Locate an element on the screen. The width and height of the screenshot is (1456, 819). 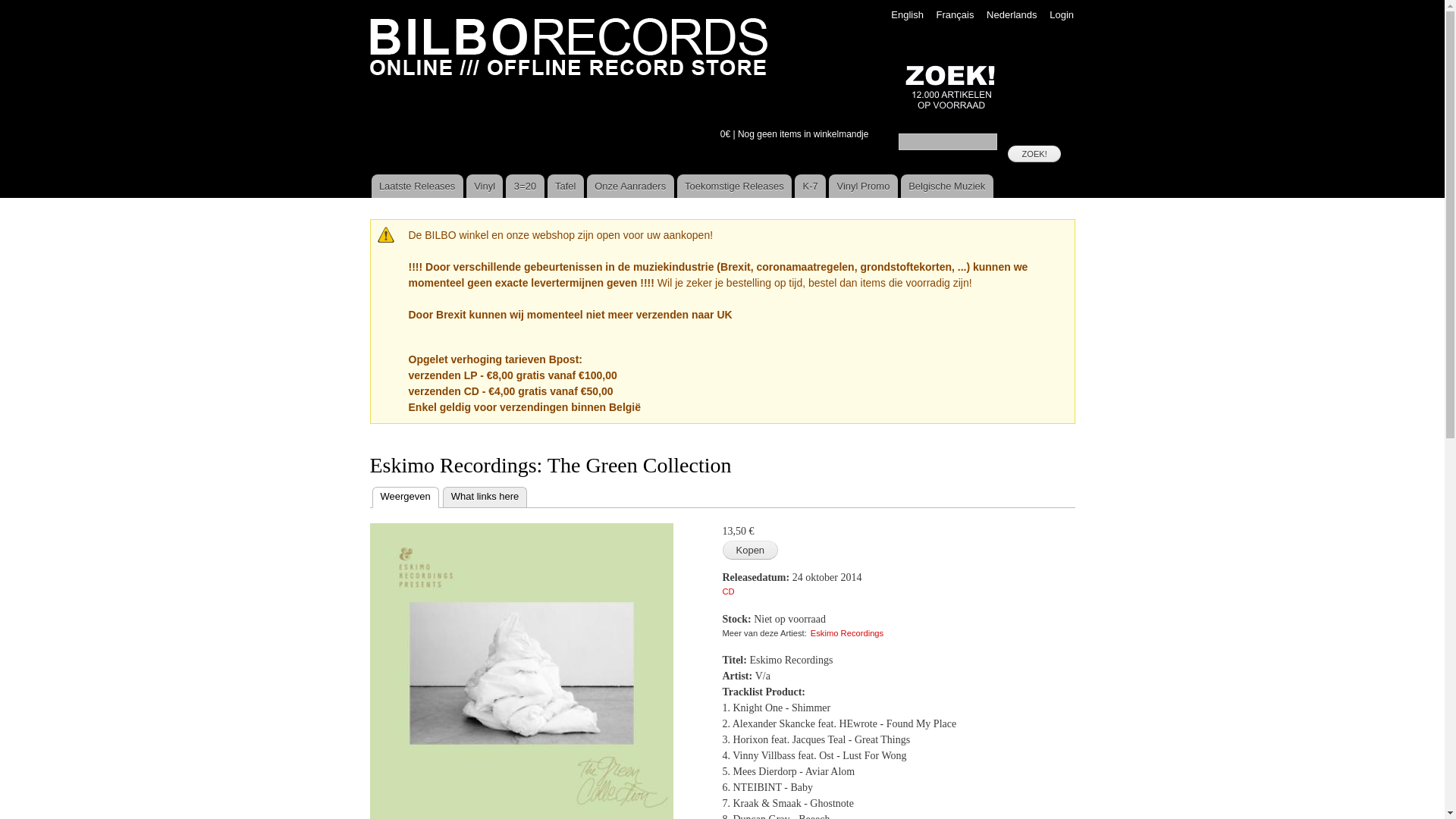
'Tafel' is located at coordinates (564, 185).